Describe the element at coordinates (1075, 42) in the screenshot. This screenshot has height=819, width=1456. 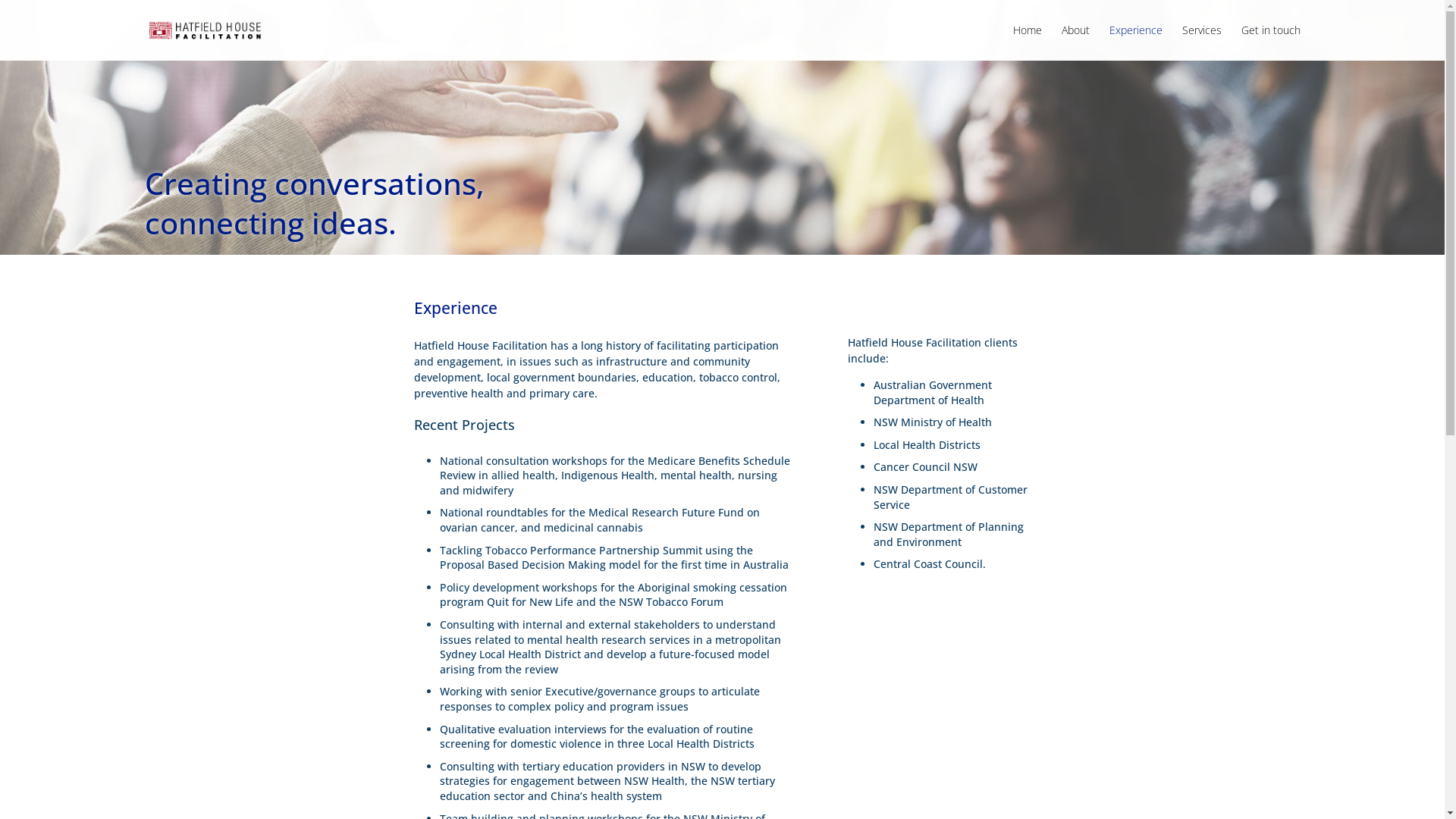
I see `'About'` at that location.